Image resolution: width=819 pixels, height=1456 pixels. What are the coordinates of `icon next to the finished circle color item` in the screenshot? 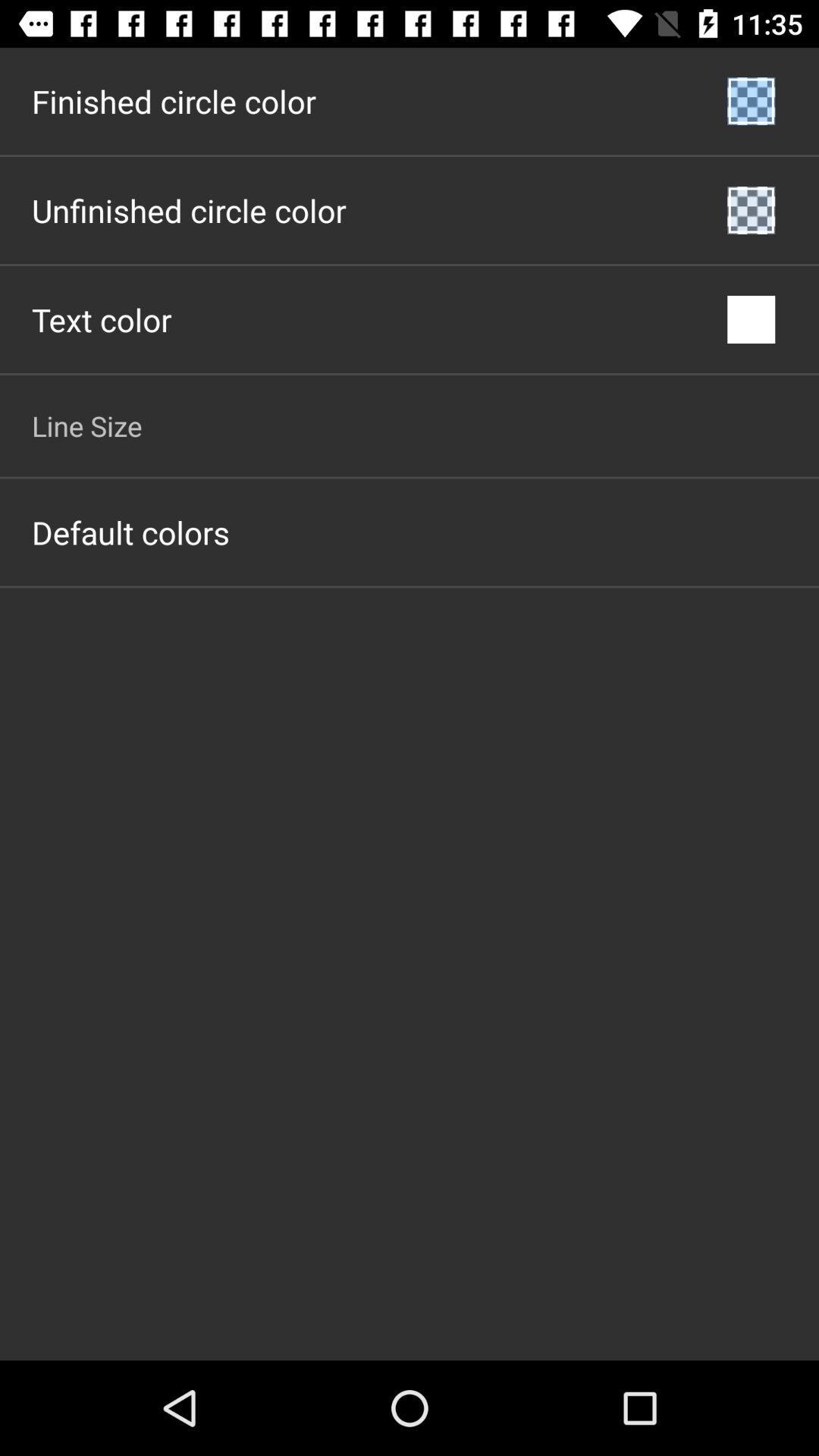 It's located at (751, 100).